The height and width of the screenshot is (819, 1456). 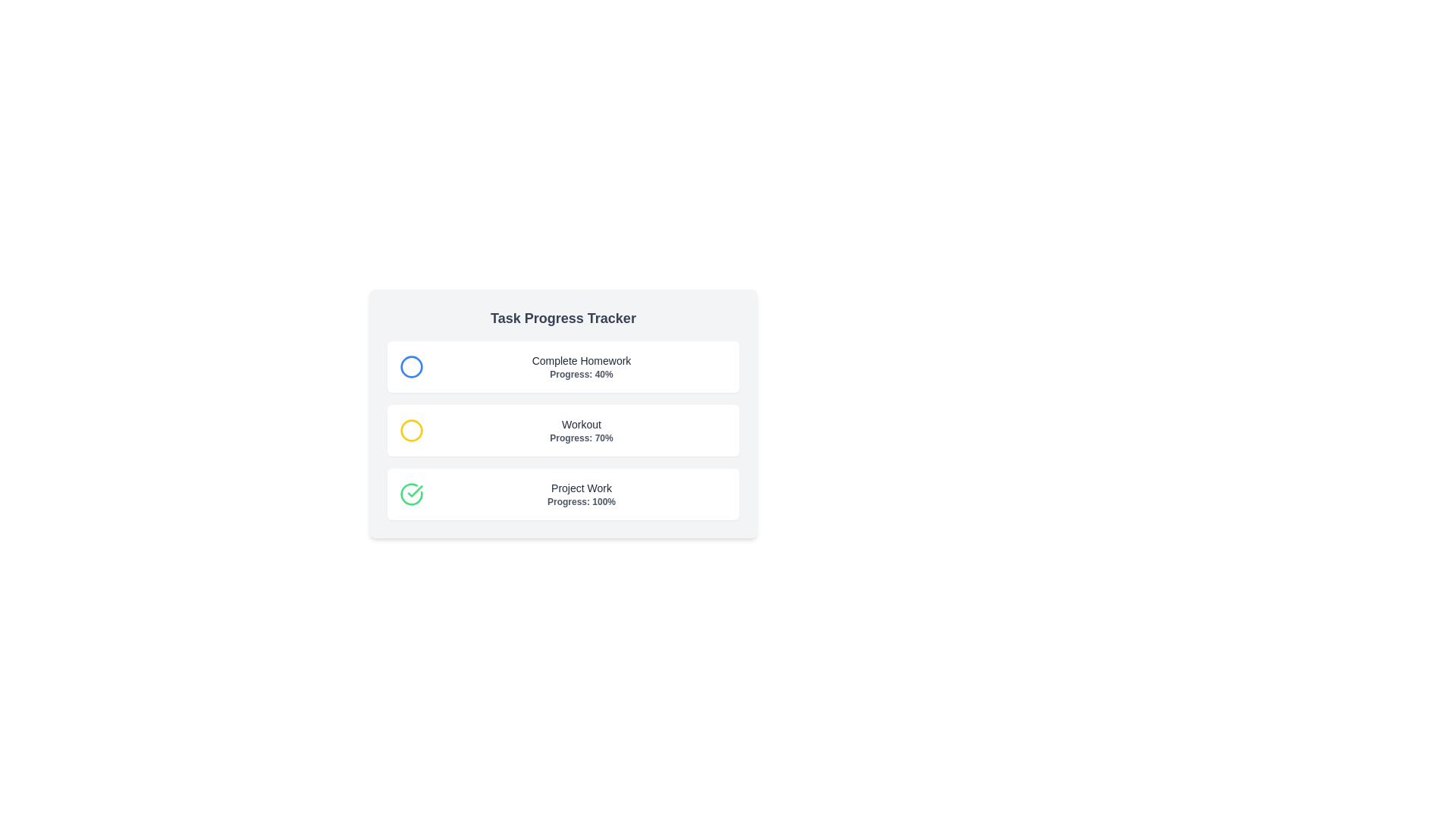 I want to click on the green checkmark styled vector graphic within the circular icon, which is associated with the 'Project Work' task in the task progress list, so click(x=415, y=491).